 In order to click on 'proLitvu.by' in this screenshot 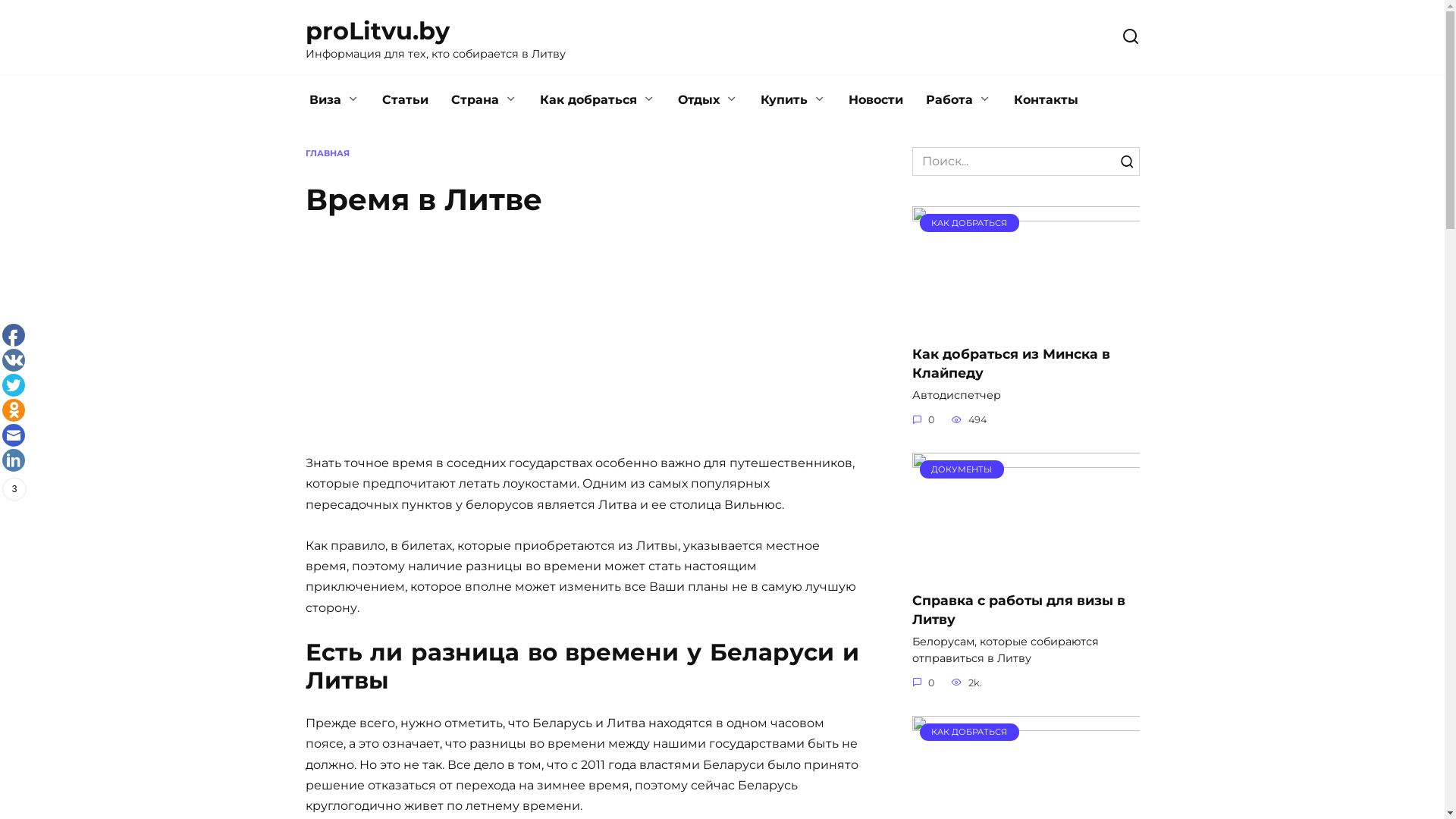, I will do `click(377, 30)`.